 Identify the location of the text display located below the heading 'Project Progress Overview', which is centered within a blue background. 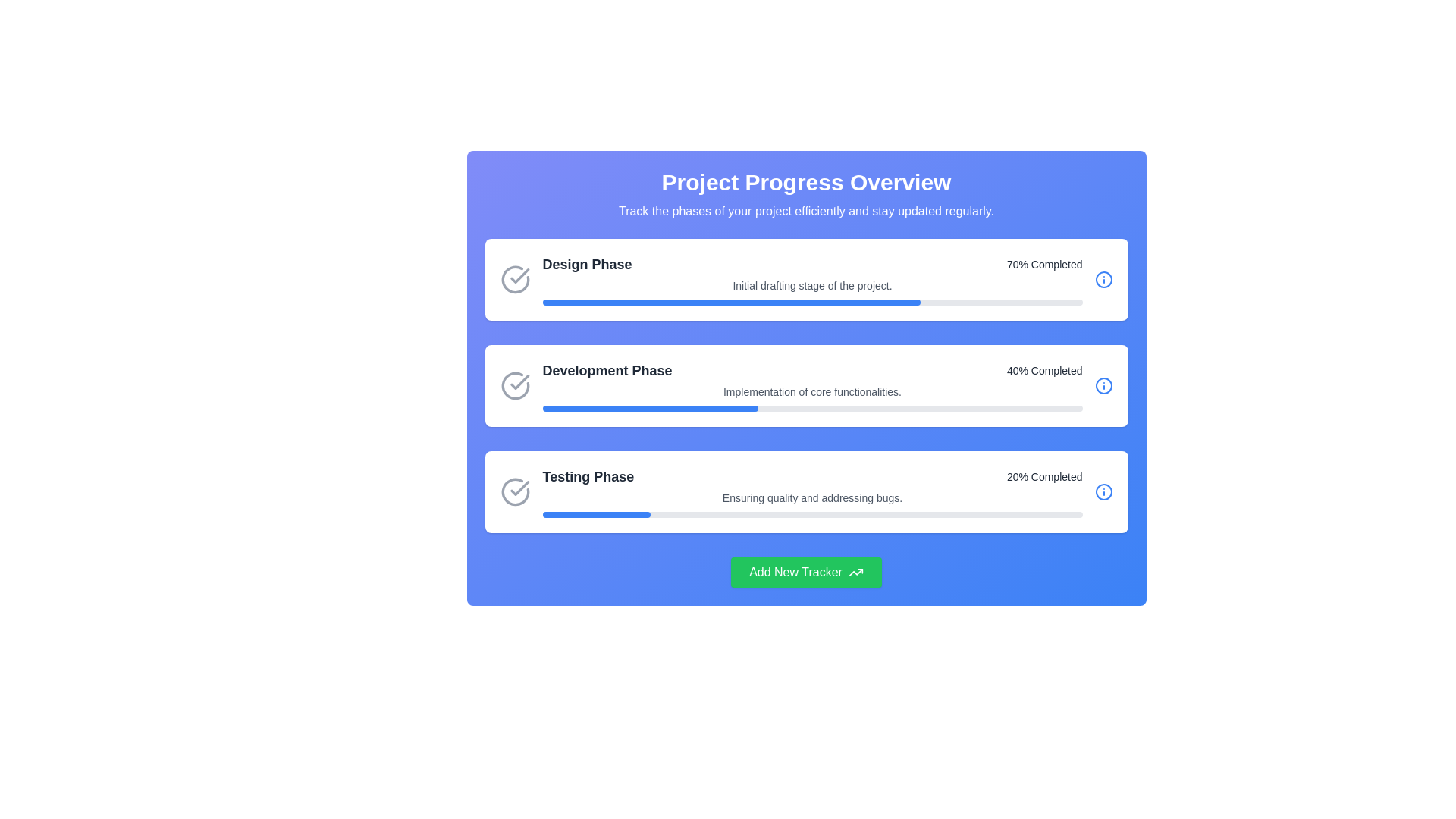
(805, 211).